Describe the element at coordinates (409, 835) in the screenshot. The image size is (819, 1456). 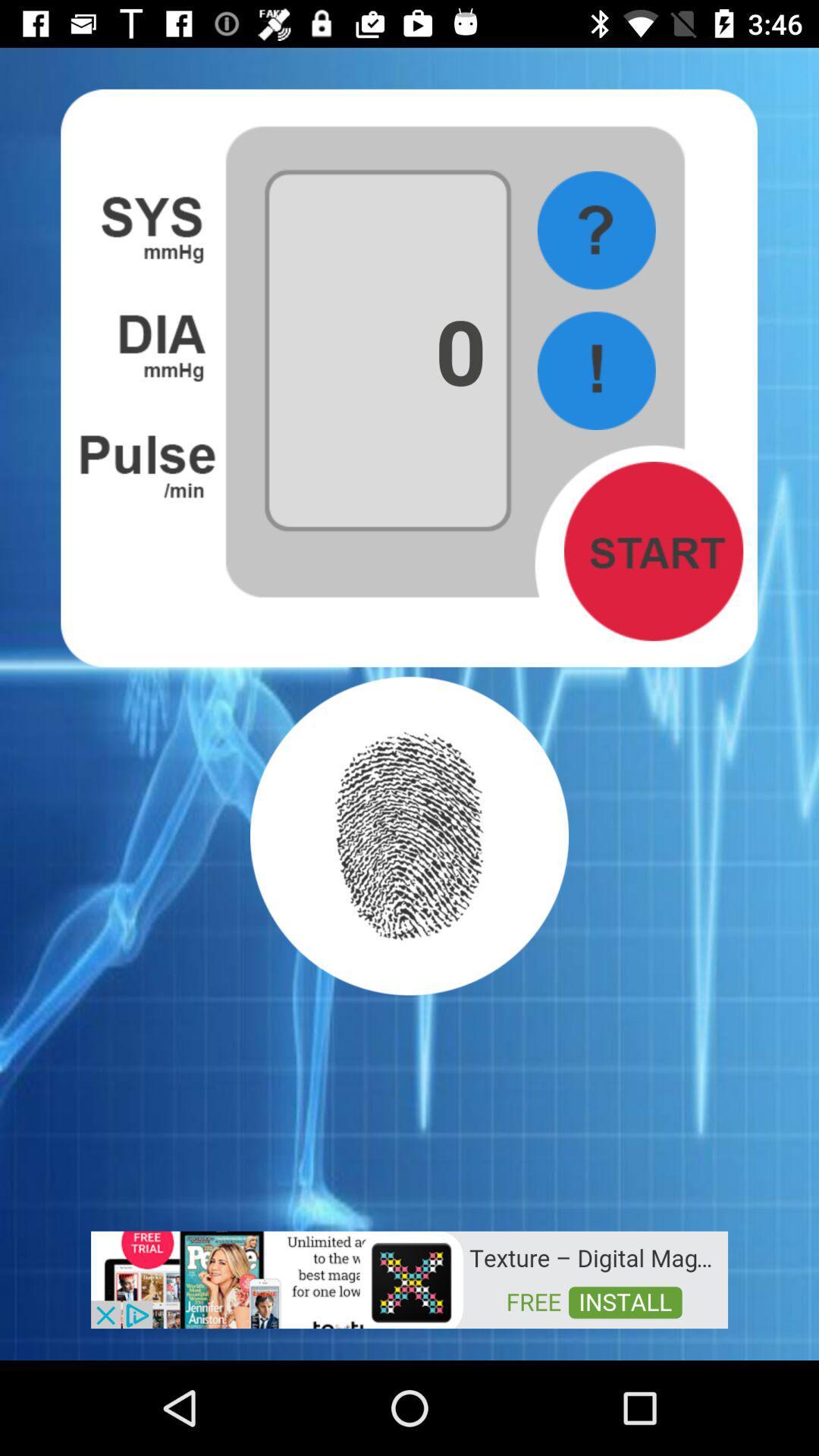
I see `figure print` at that location.